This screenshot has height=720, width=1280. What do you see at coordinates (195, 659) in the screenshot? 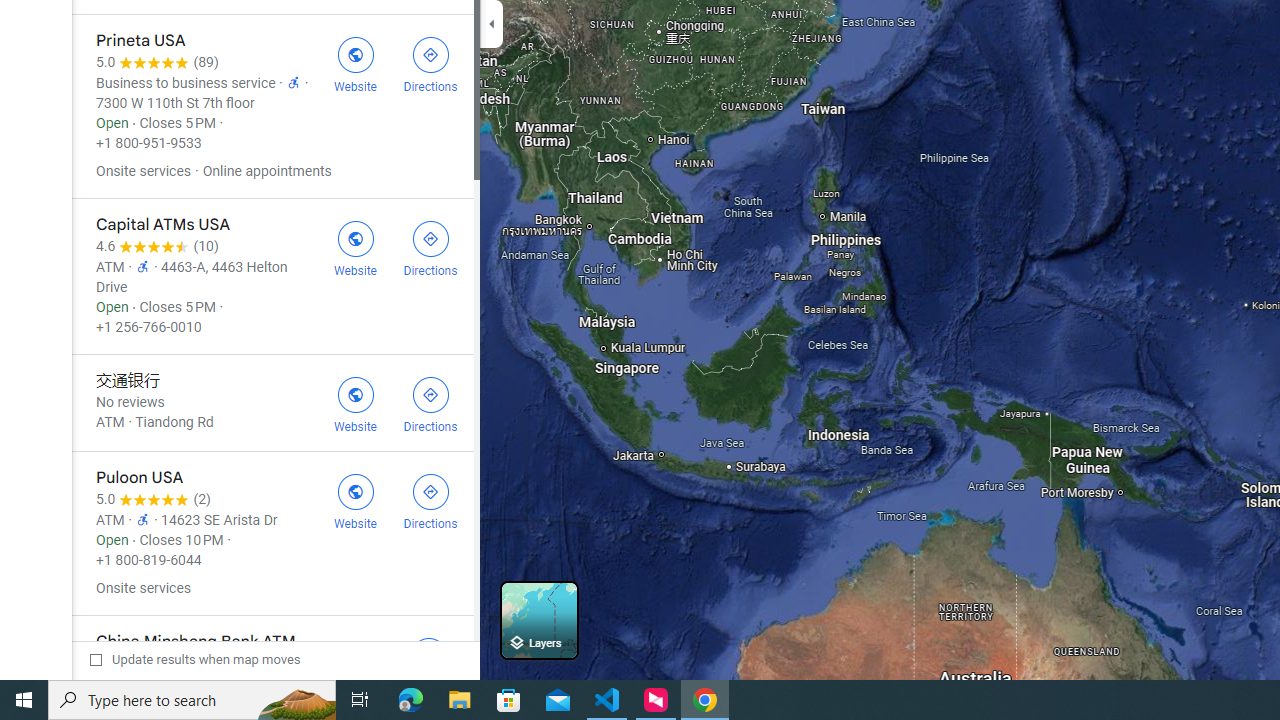
I see `'Update results when map moves'` at bounding box center [195, 659].